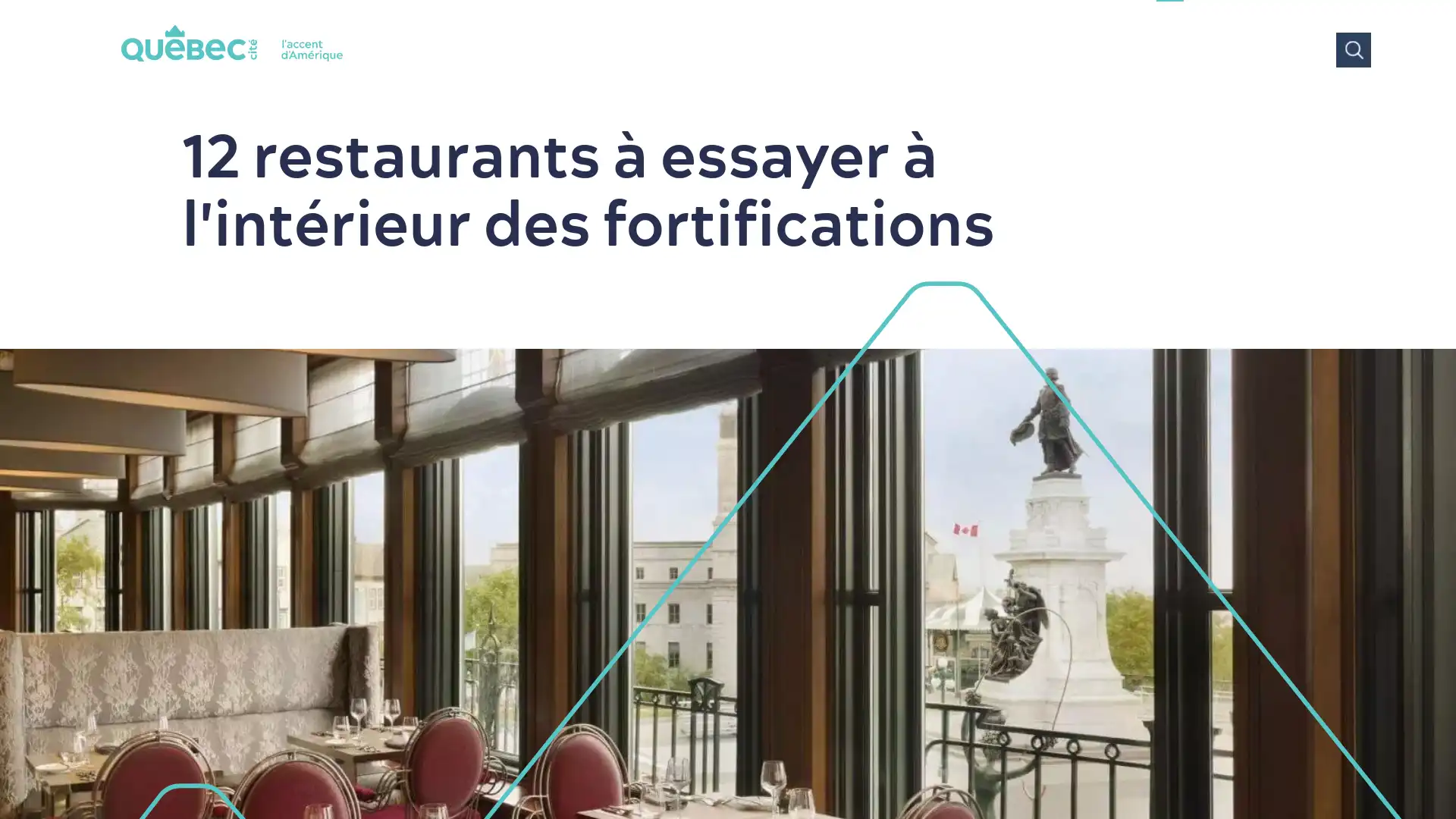 The height and width of the screenshot is (819, 1456). What do you see at coordinates (1407, 108) in the screenshot?
I see `Tous` at bounding box center [1407, 108].